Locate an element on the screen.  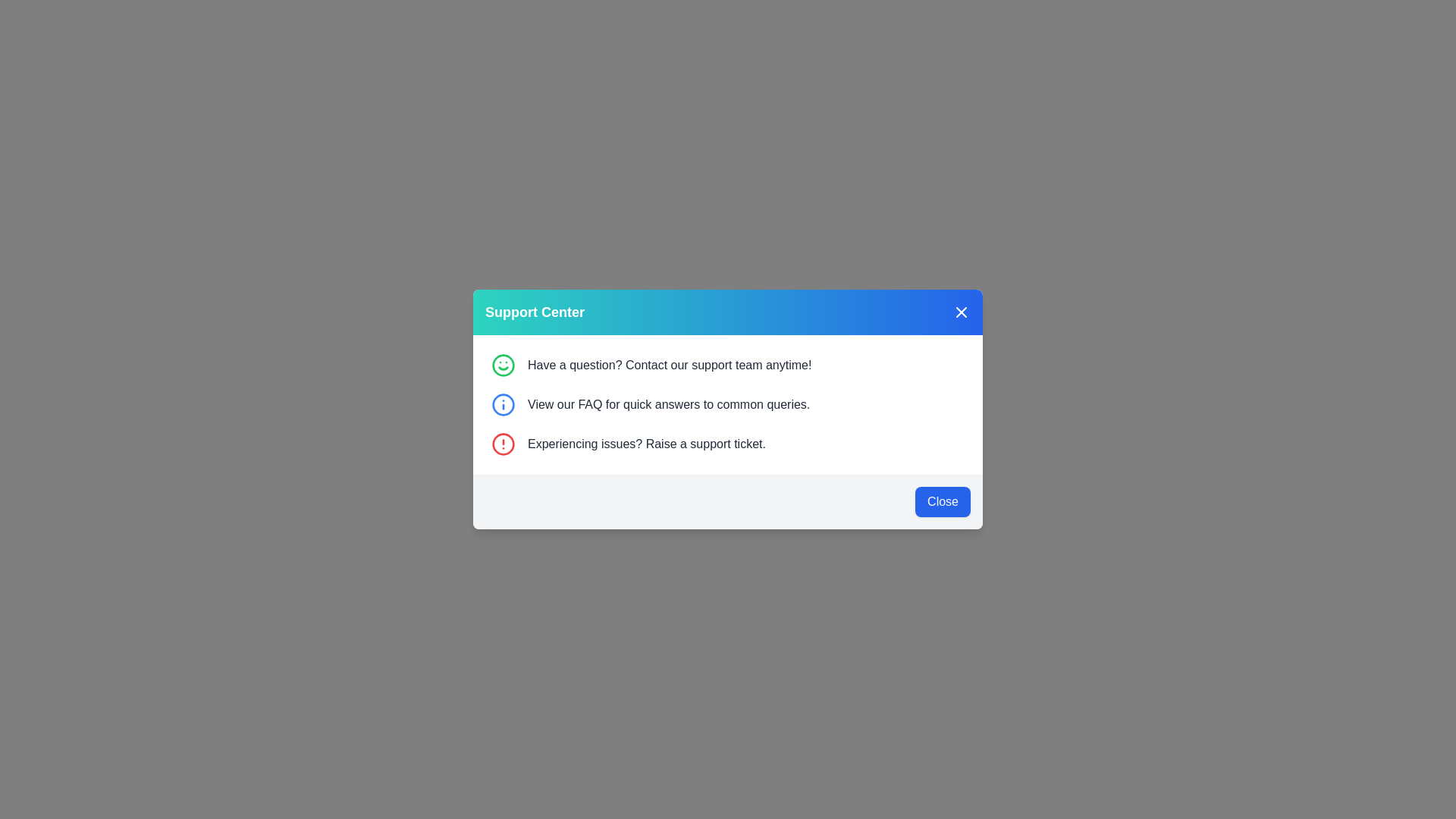
the error or alert icon positioned as the third item in the support center modal, located to the far left is located at coordinates (503, 444).